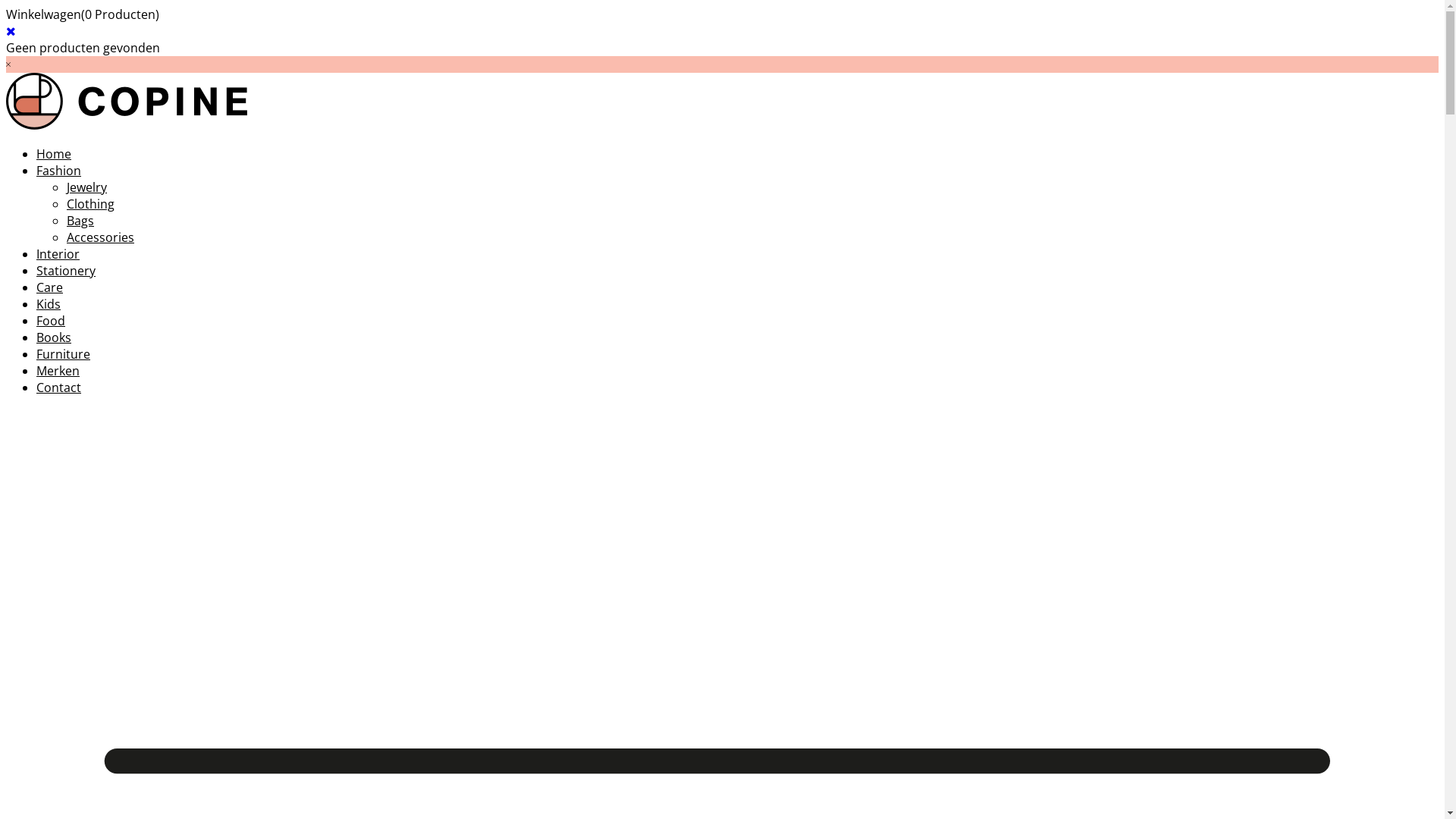  What do you see at coordinates (99, 237) in the screenshot?
I see `'Accessories'` at bounding box center [99, 237].